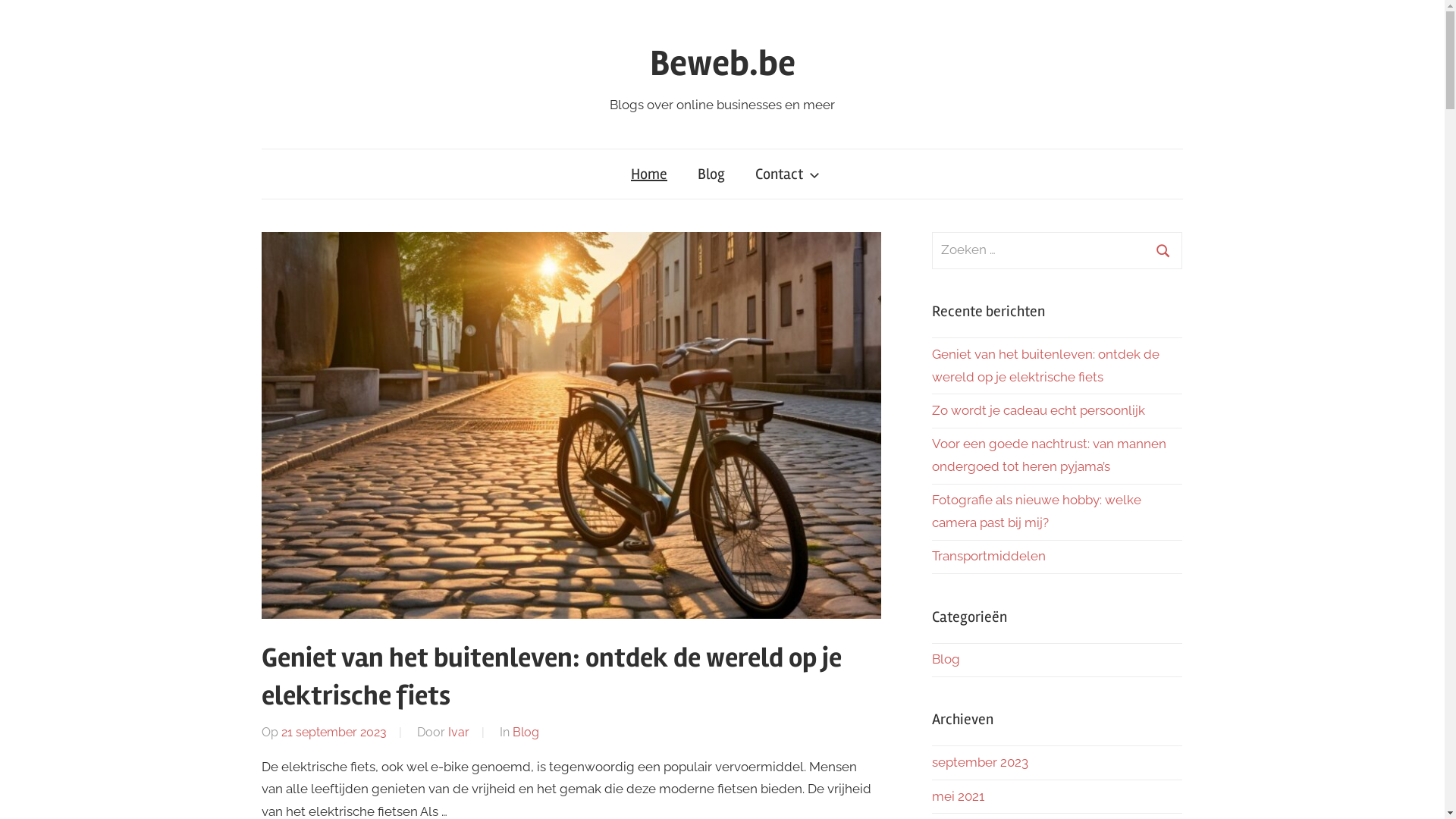 This screenshot has width=1456, height=819. What do you see at coordinates (615, 173) in the screenshot?
I see `'Home'` at bounding box center [615, 173].